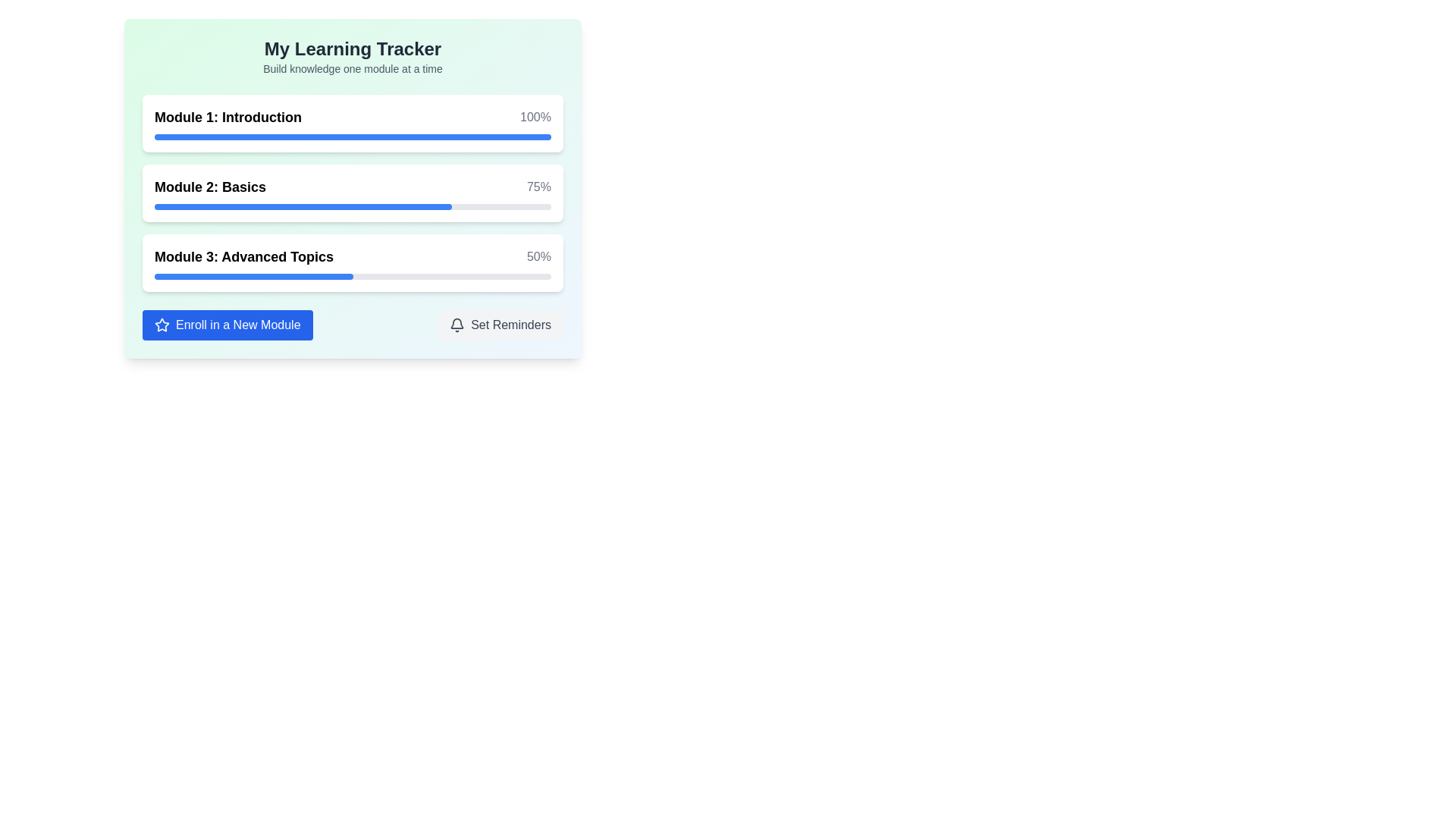 This screenshot has width=1456, height=819. What do you see at coordinates (162, 324) in the screenshot?
I see `the icon located in the bottom-left region of the card, next to the 'Enroll in a New Module' text button, which indicates a rating or favorite status` at bounding box center [162, 324].